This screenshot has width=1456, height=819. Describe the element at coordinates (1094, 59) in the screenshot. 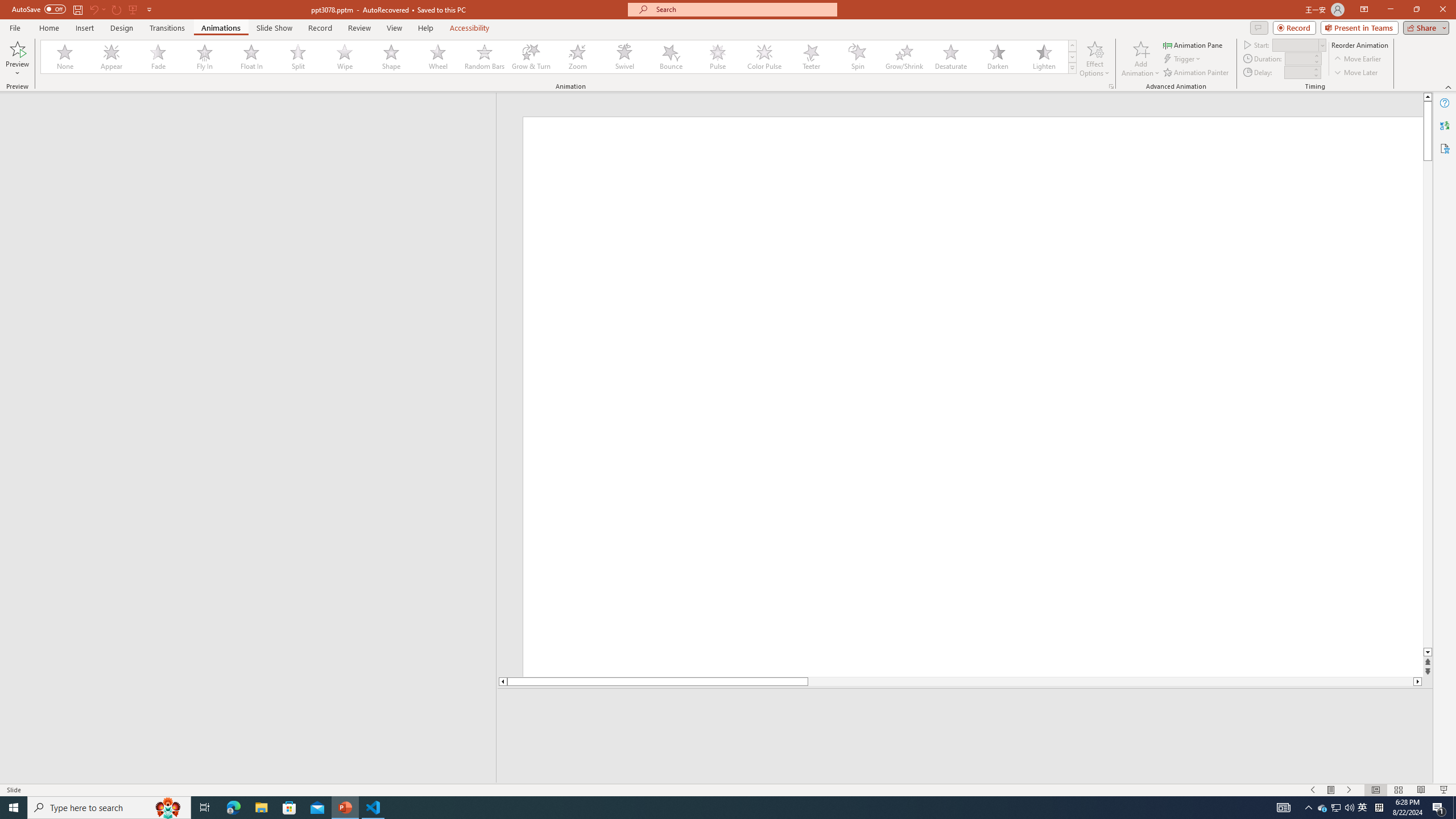

I see `'Effect Options'` at that location.